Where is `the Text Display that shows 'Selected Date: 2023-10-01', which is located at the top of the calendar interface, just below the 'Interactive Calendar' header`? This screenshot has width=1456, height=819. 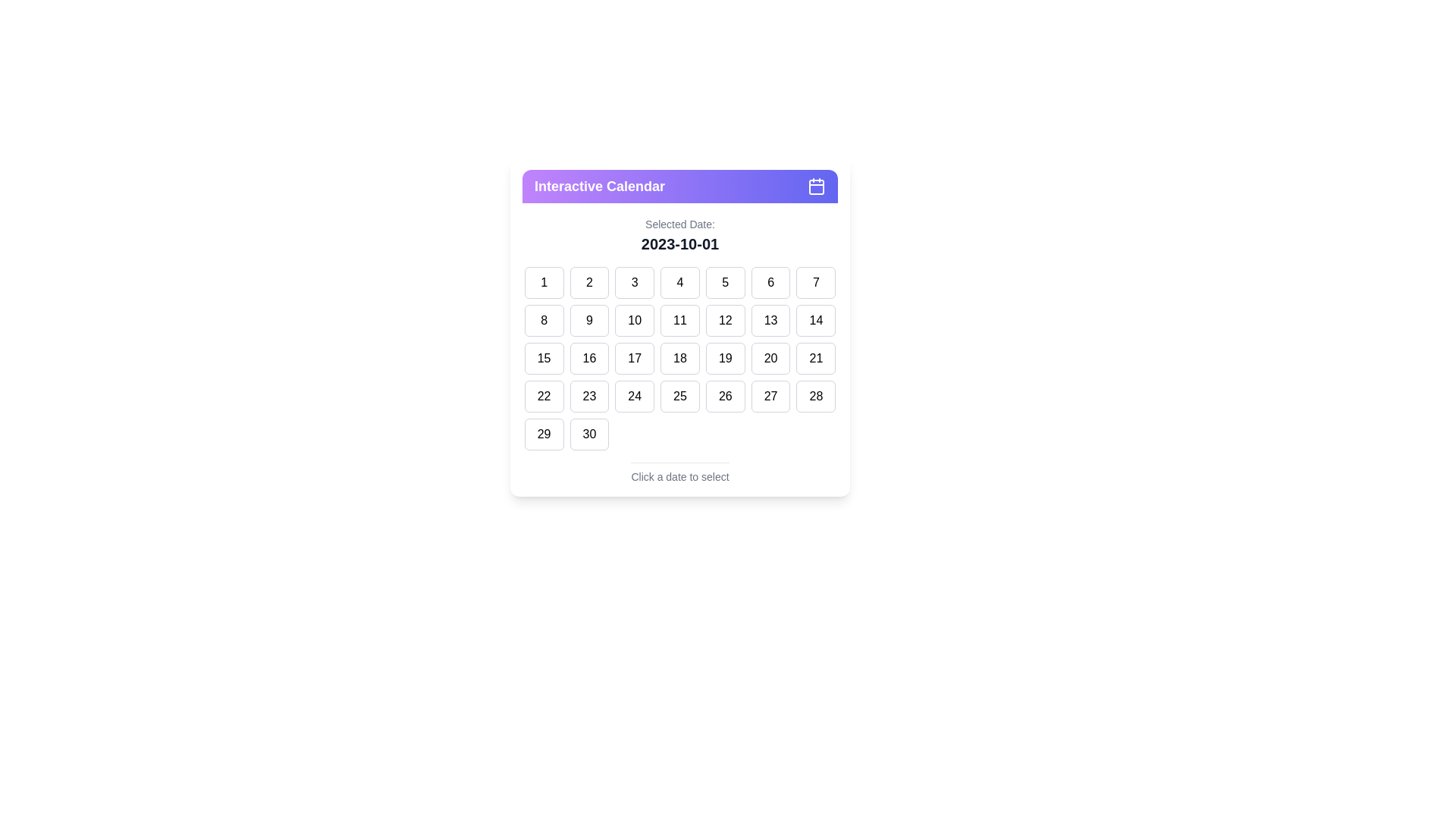
the Text Display that shows 'Selected Date: 2023-10-01', which is located at the top of the calendar interface, just below the 'Interactive Calendar' header is located at coordinates (679, 234).